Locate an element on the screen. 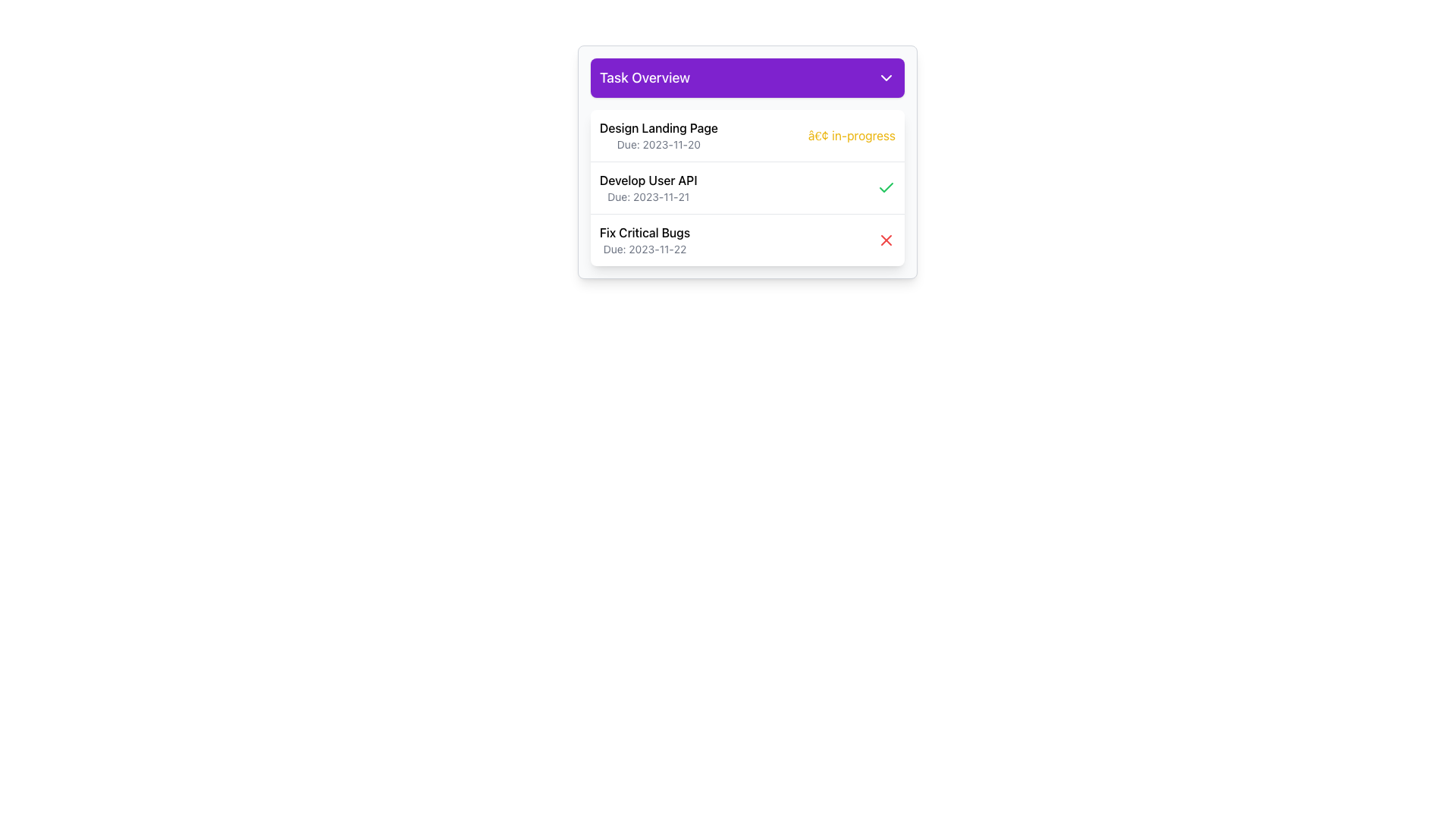 The image size is (1456, 819). the text block displaying the task 'Fix Critical Bugs' located as the third item in a vertically stacked list of tasks is located at coordinates (645, 239).